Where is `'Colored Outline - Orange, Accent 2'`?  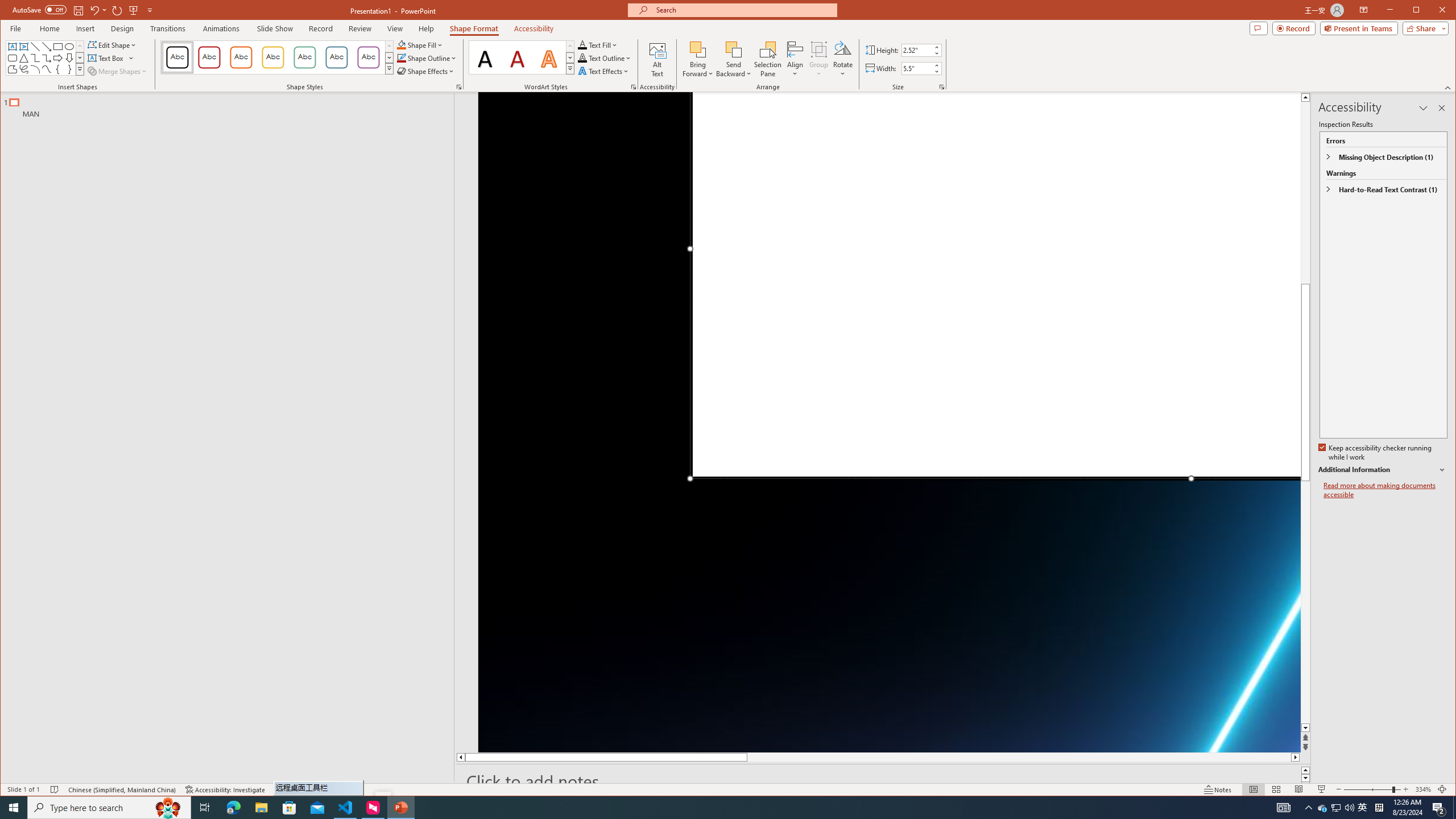 'Colored Outline - Orange, Accent 2' is located at coordinates (241, 57).